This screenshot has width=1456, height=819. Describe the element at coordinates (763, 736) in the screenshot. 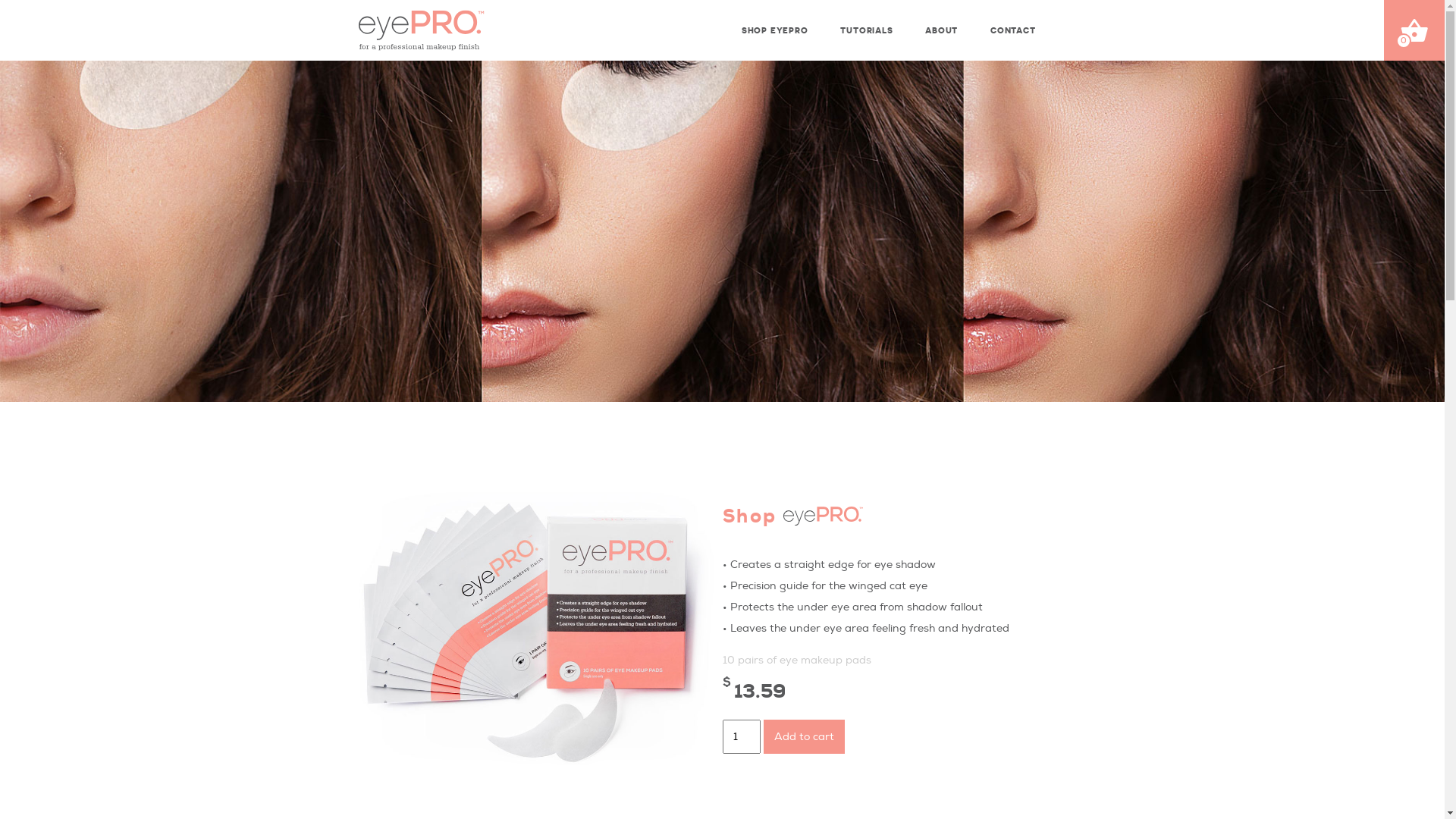

I see `'Add to cart'` at that location.